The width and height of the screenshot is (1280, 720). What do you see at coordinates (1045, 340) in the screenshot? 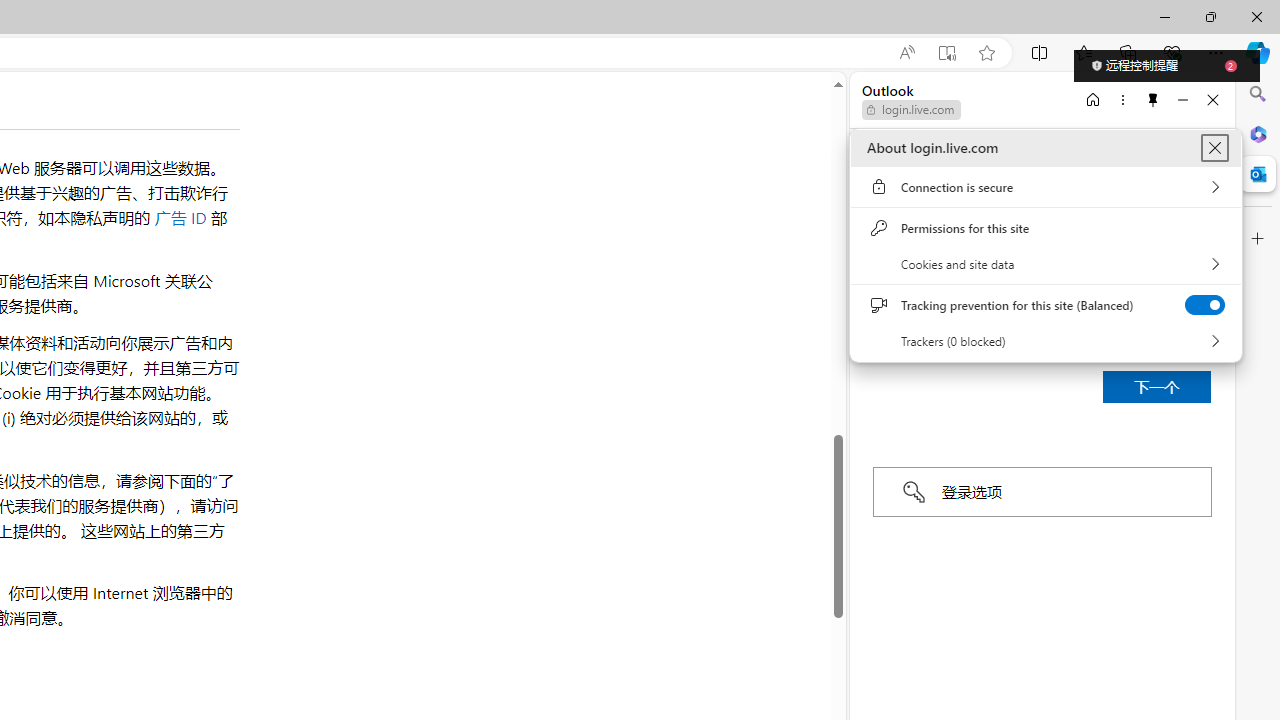
I see `'Trackers (0 blocked)'` at bounding box center [1045, 340].